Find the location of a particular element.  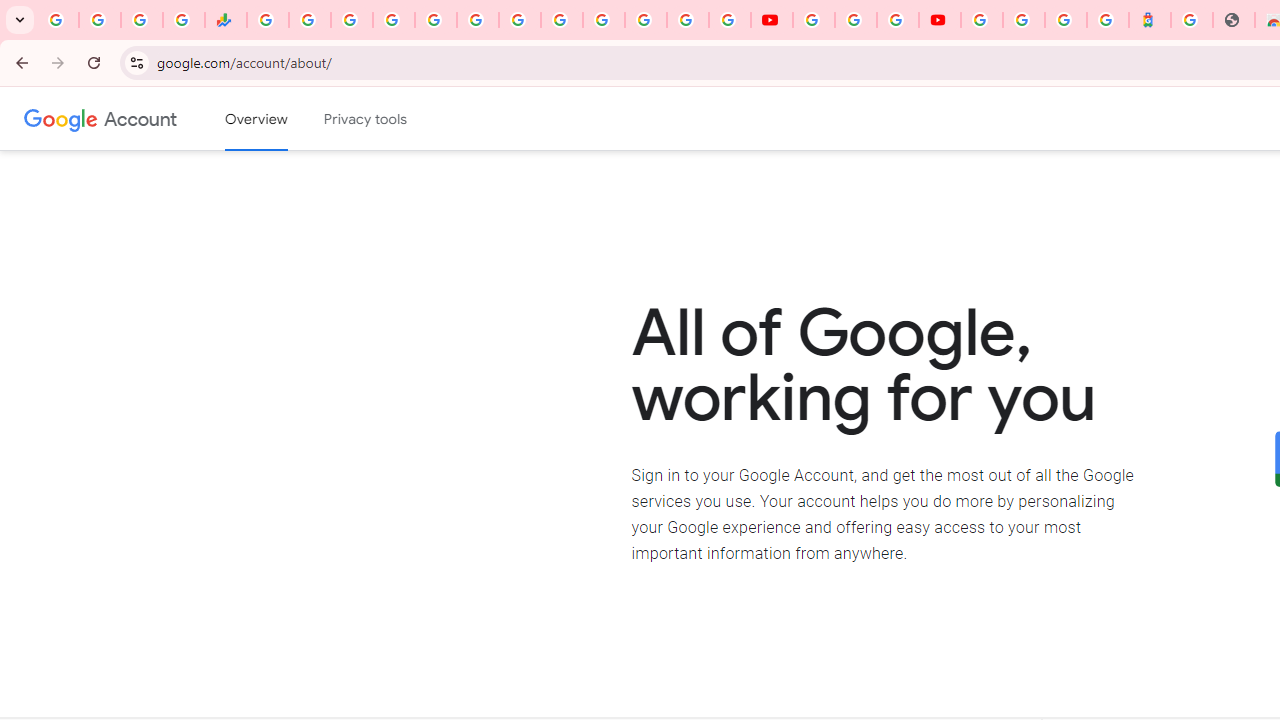

'Google Account overview' is located at coordinates (255, 119).